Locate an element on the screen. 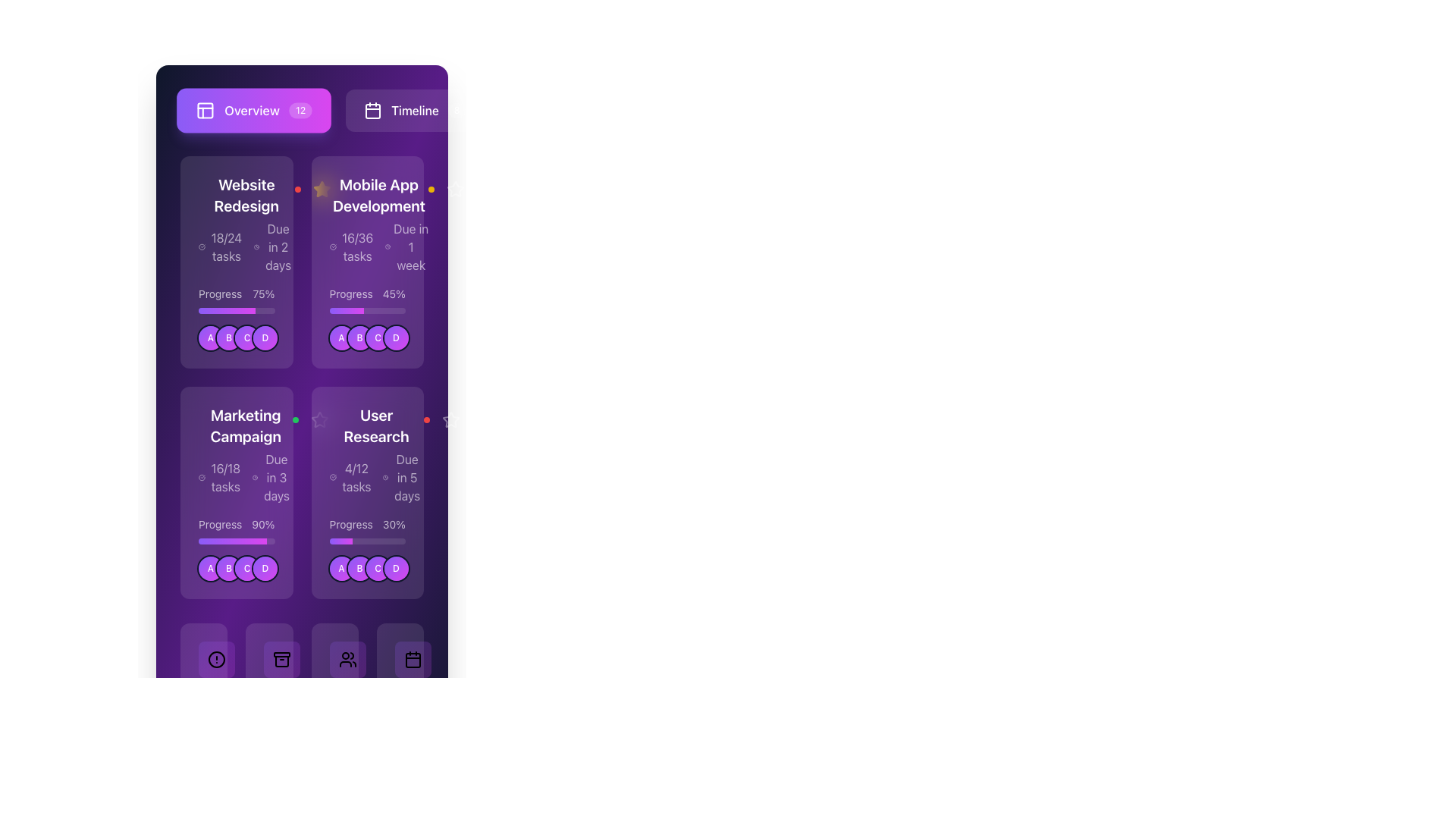 The width and height of the screenshot is (1456, 819). the first badge in the horizontal sequence labeled 'A' associated with the 'Mobile App Development' card located in the upper-right quadrant of the interface is located at coordinates (340, 337).